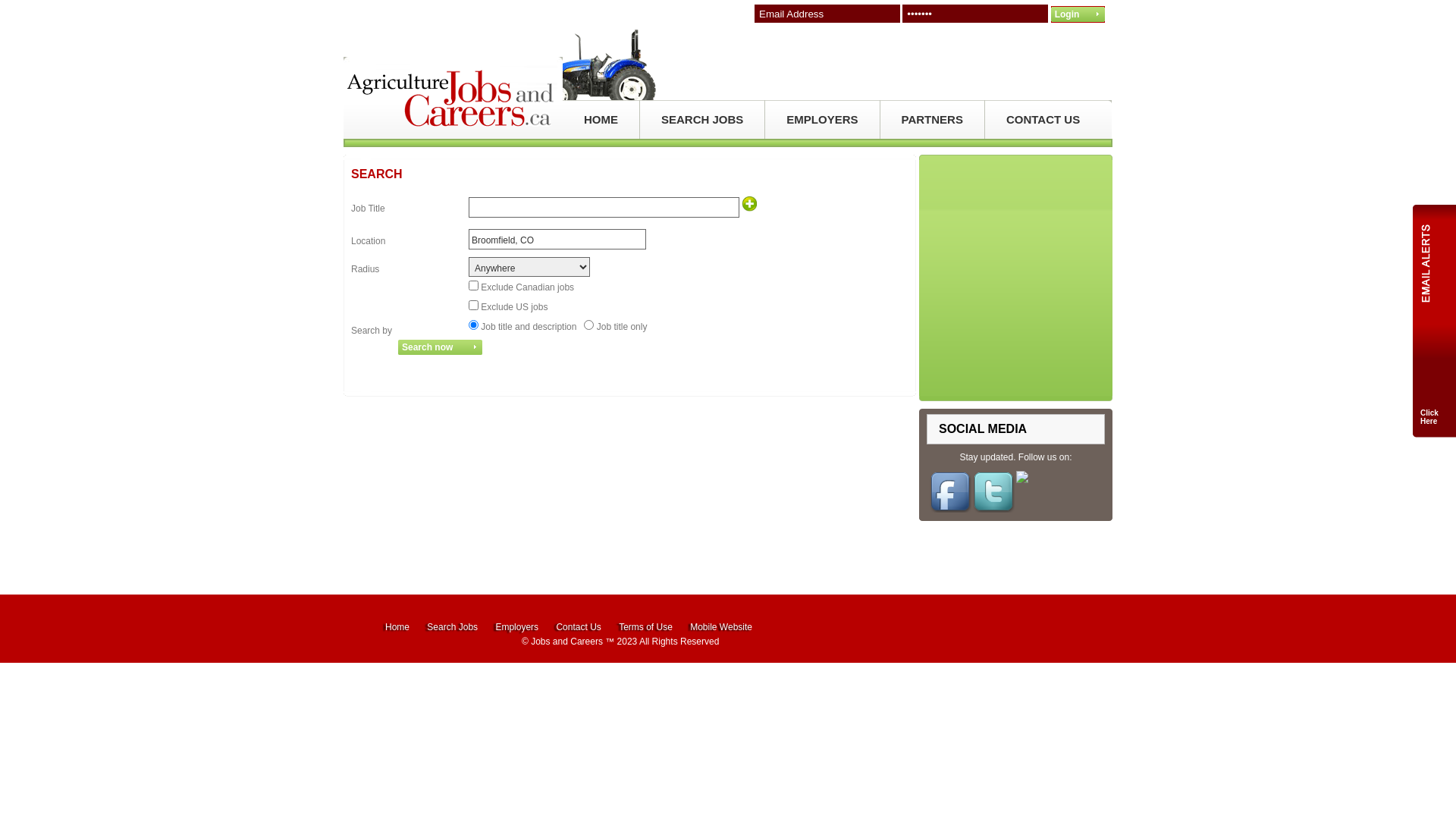  I want to click on 'HOME', so click(600, 118).